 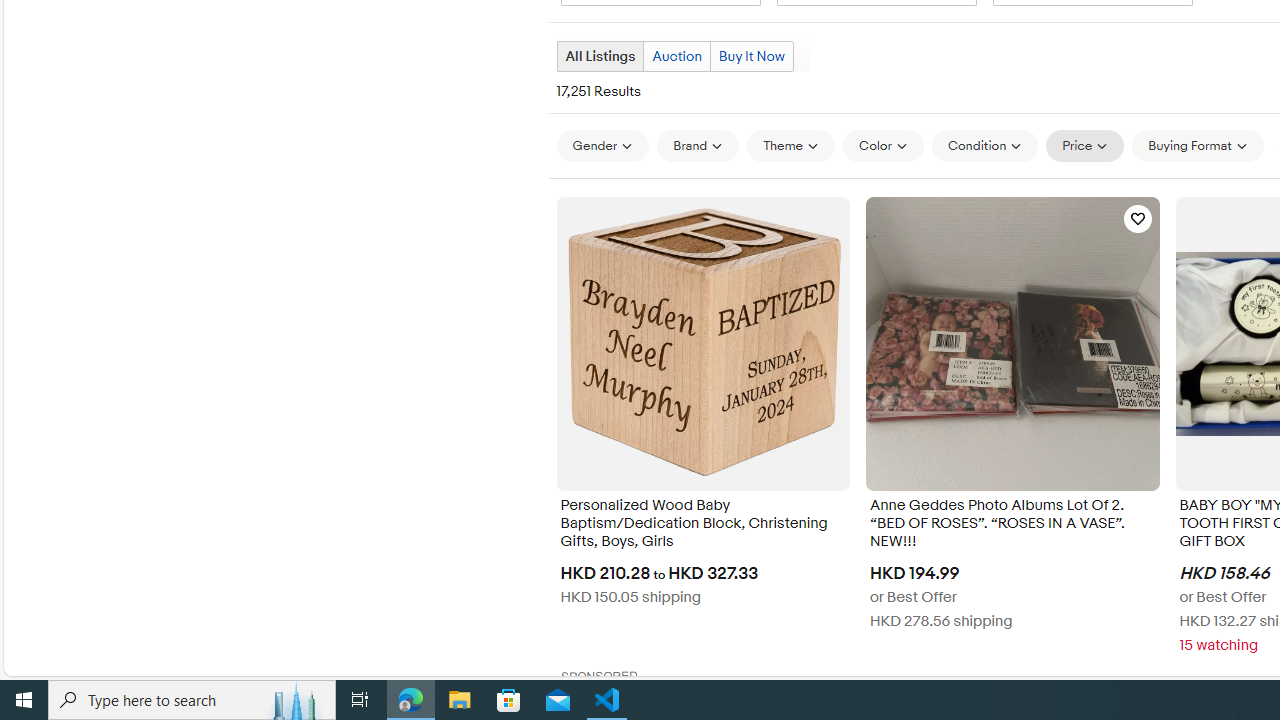 I want to click on 'All Listings', so click(x=598, y=55).